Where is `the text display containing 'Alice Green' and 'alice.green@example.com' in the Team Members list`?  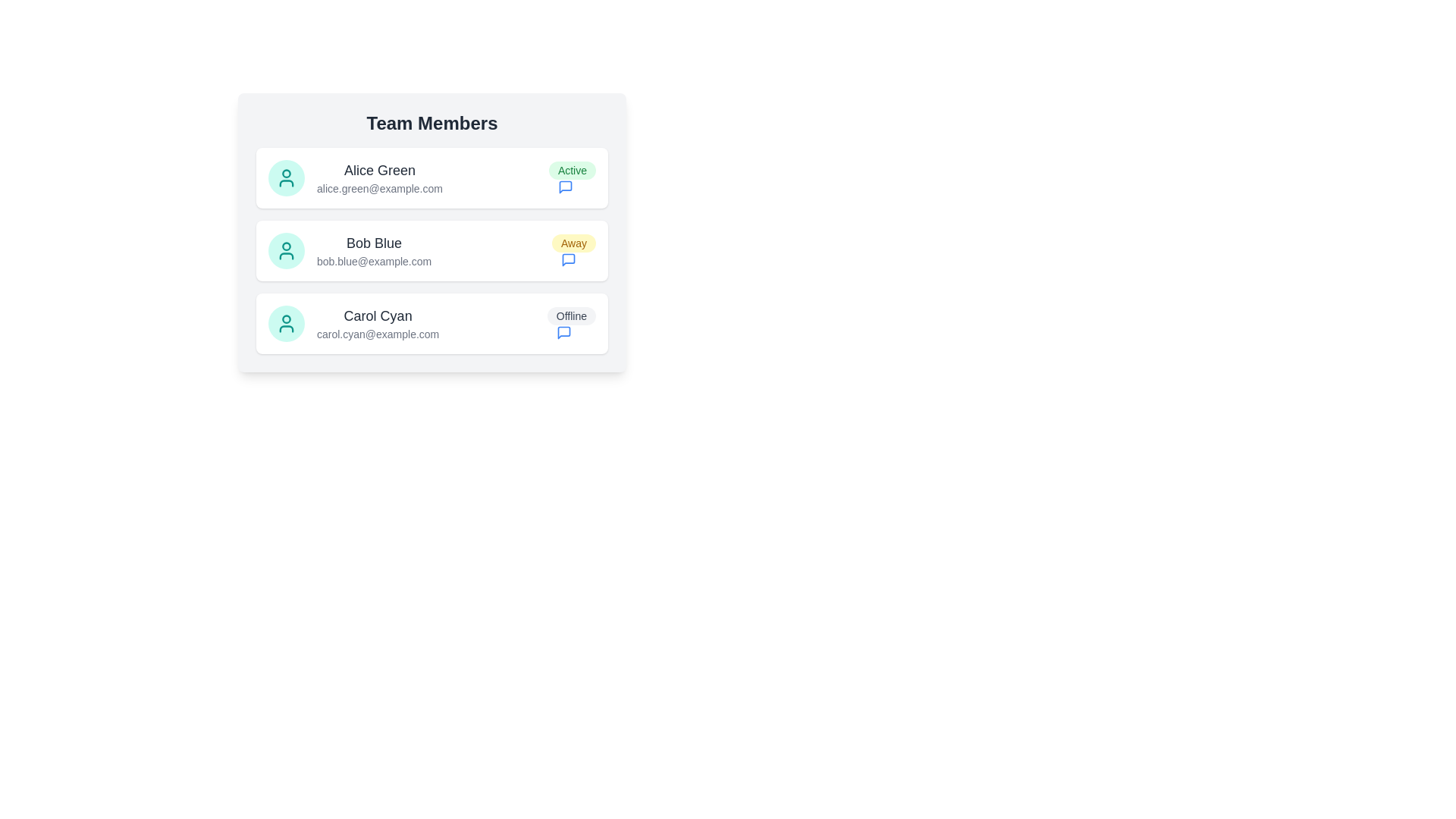
the text display containing 'Alice Green' and 'alice.green@example.com' in the Team Members list is located at coordinates (379, 177).